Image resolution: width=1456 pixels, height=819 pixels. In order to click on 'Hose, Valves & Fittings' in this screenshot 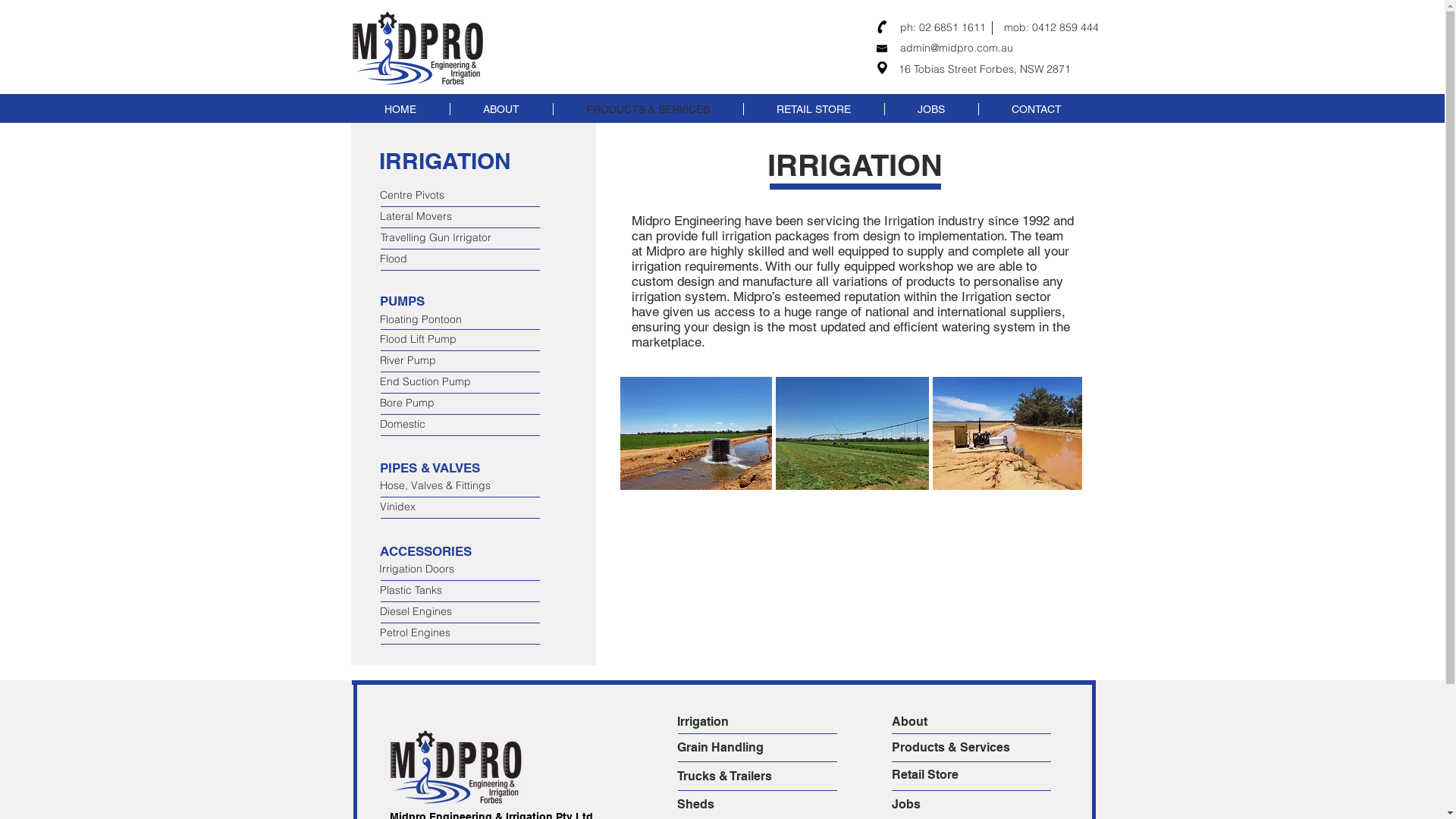, I will do `click(433, 486)`.